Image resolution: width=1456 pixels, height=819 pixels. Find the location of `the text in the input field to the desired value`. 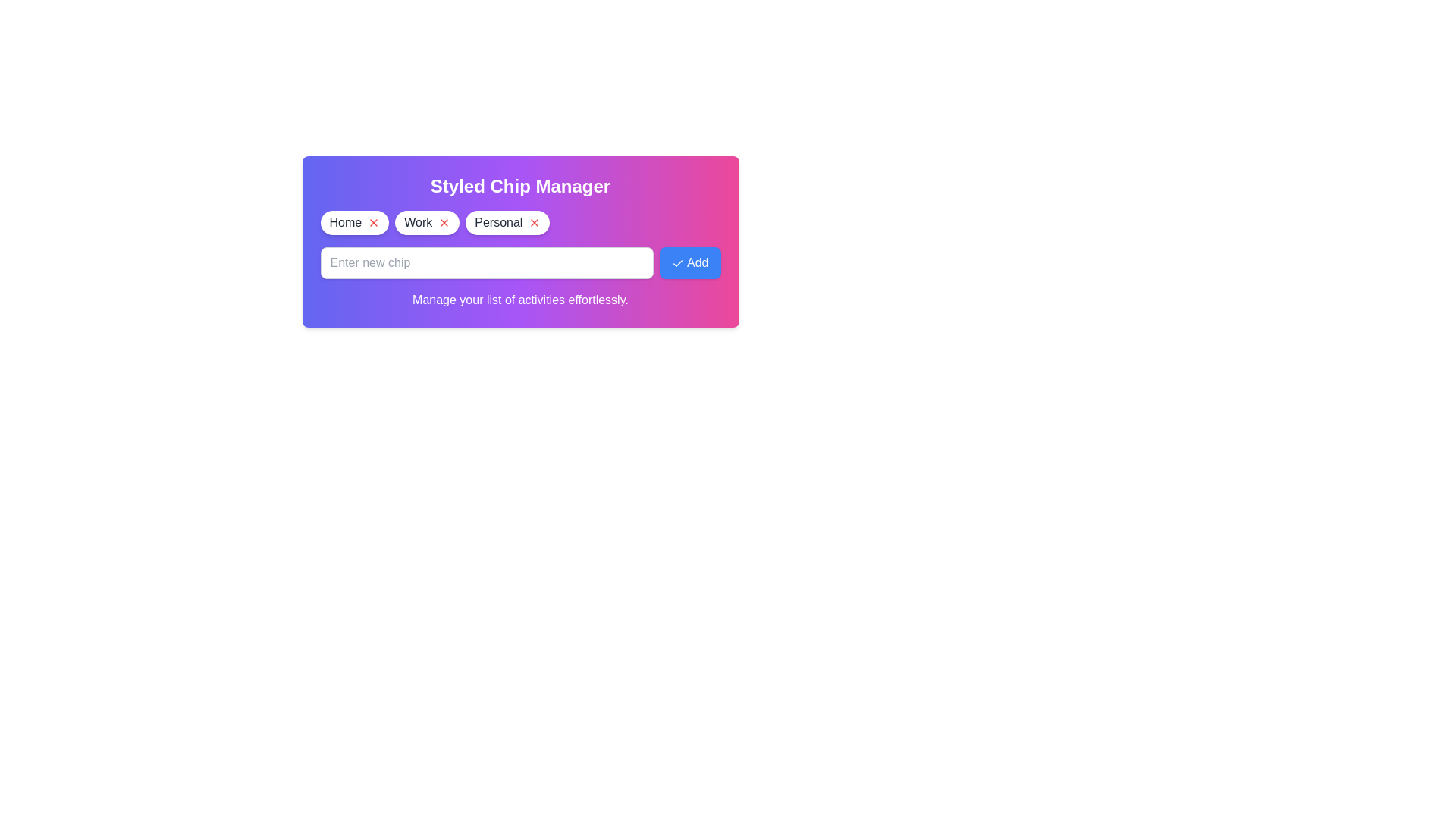

the text in the input field to the desired value is located at coordinates (487, 262).